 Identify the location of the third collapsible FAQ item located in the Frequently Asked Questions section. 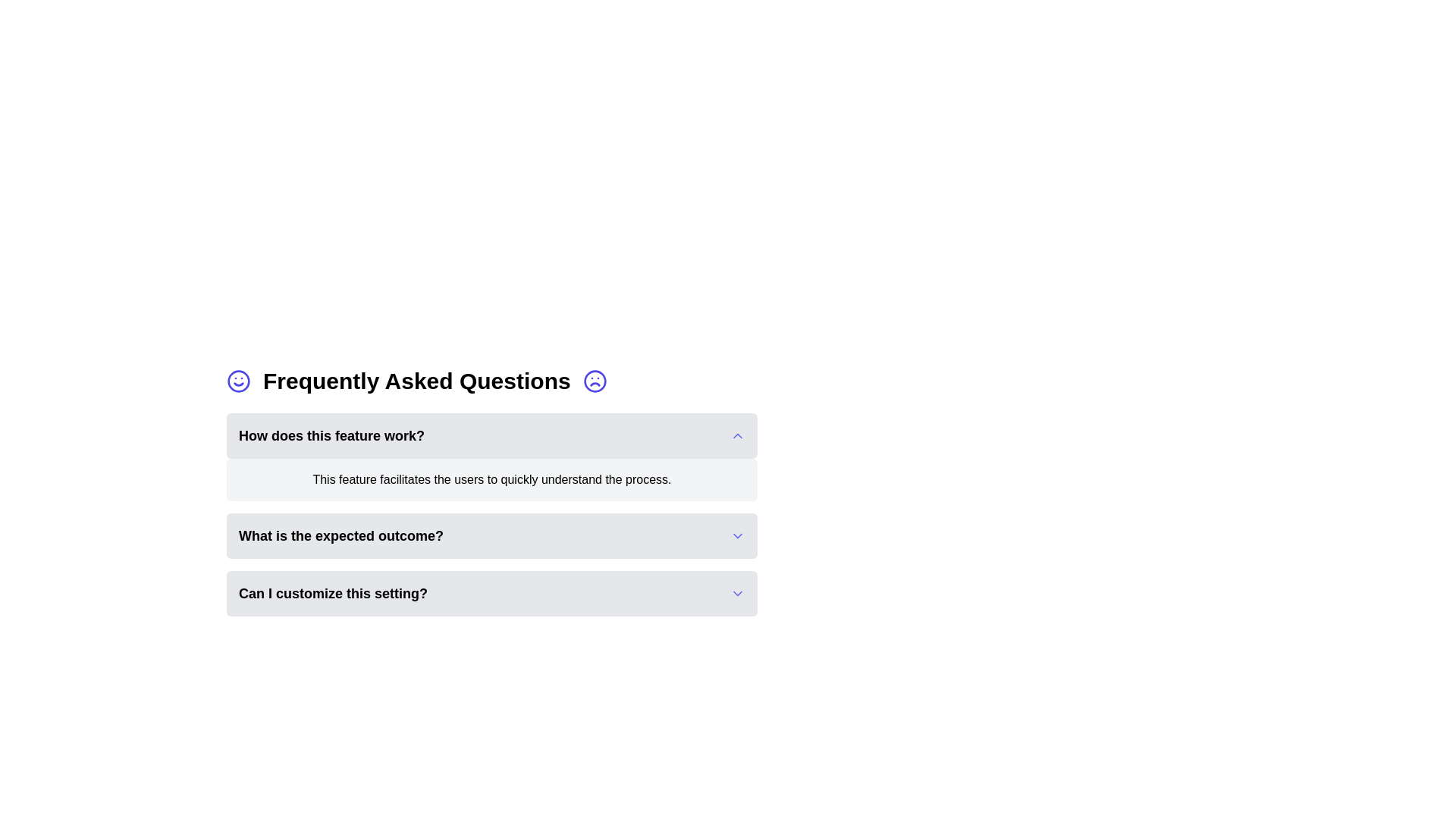
(491, 535).